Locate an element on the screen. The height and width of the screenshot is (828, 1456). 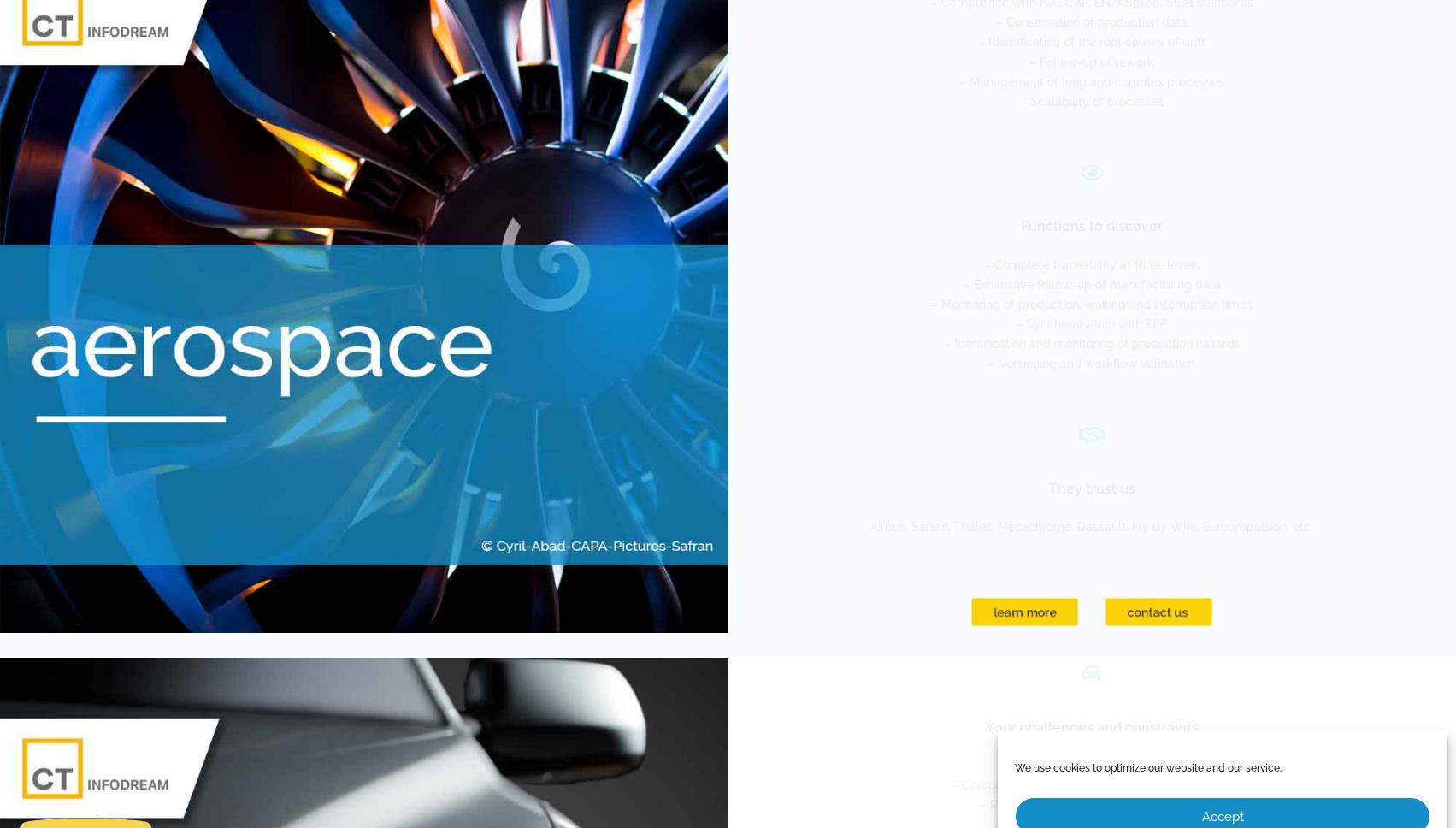
'Airbus, Safran, Thales, Mecachrome, Dassault, Fly by Wire, Europropulsion, etc.' is located at coordinates (1091, 526).